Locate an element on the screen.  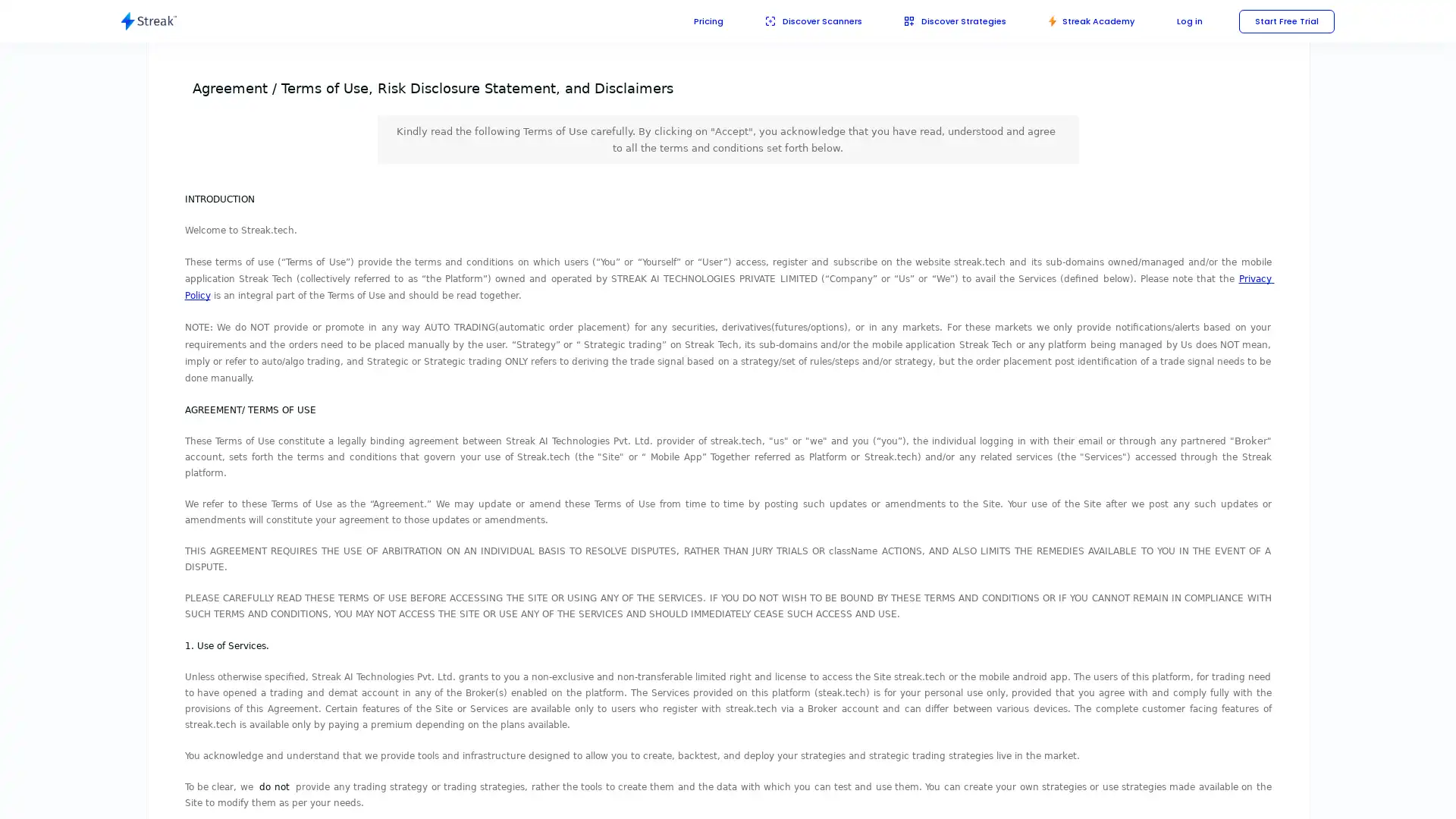
Pricing is located at coordinates (686, 20).